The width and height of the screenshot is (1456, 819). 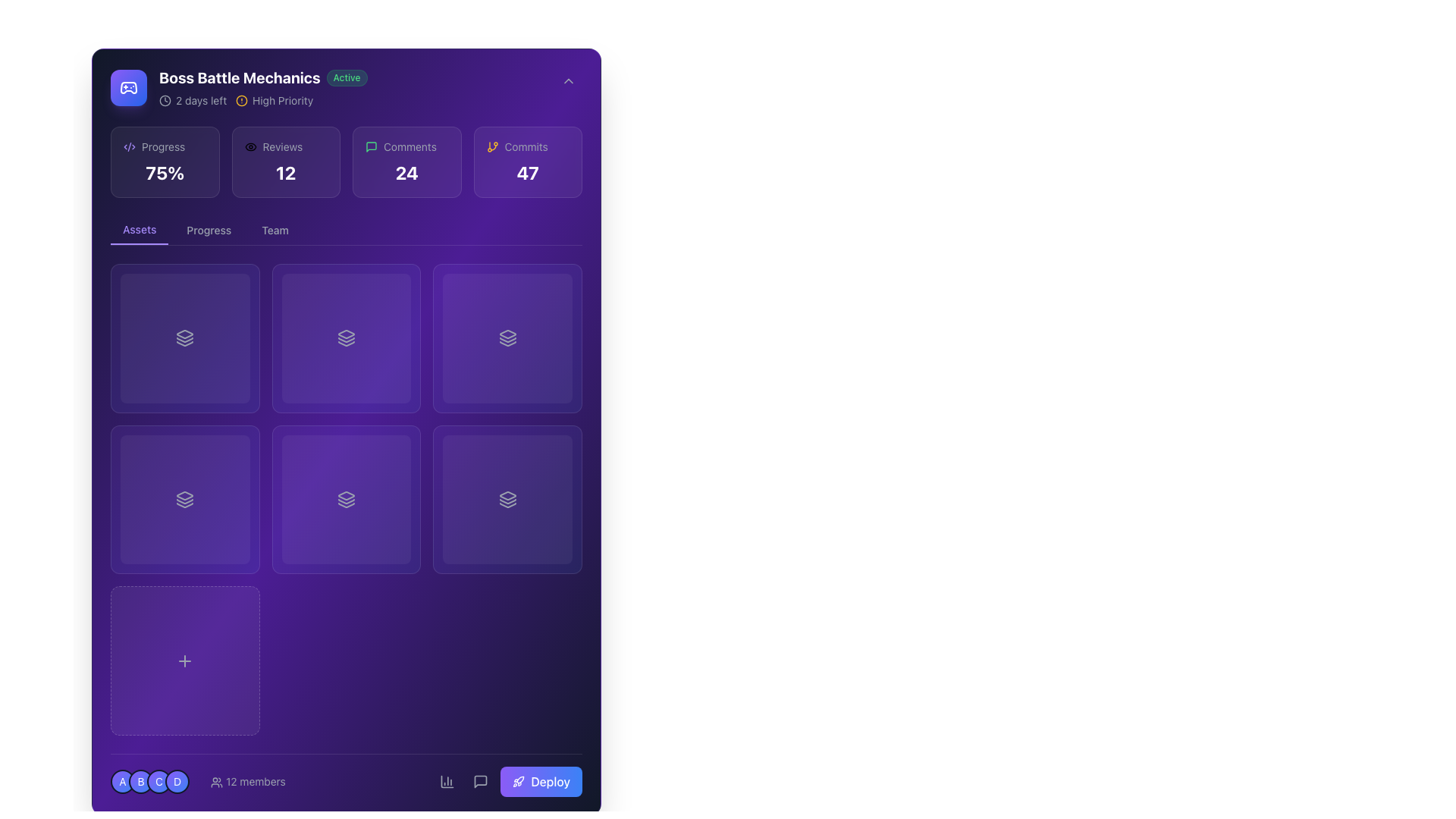 What do you see at coordinates (165, 100) in the screenshot?
I see `the time-sensitive status icon located to the left of the '2 days left' text in the 'Boss Battle Mechanics' section` at bounding box center [165, 100].